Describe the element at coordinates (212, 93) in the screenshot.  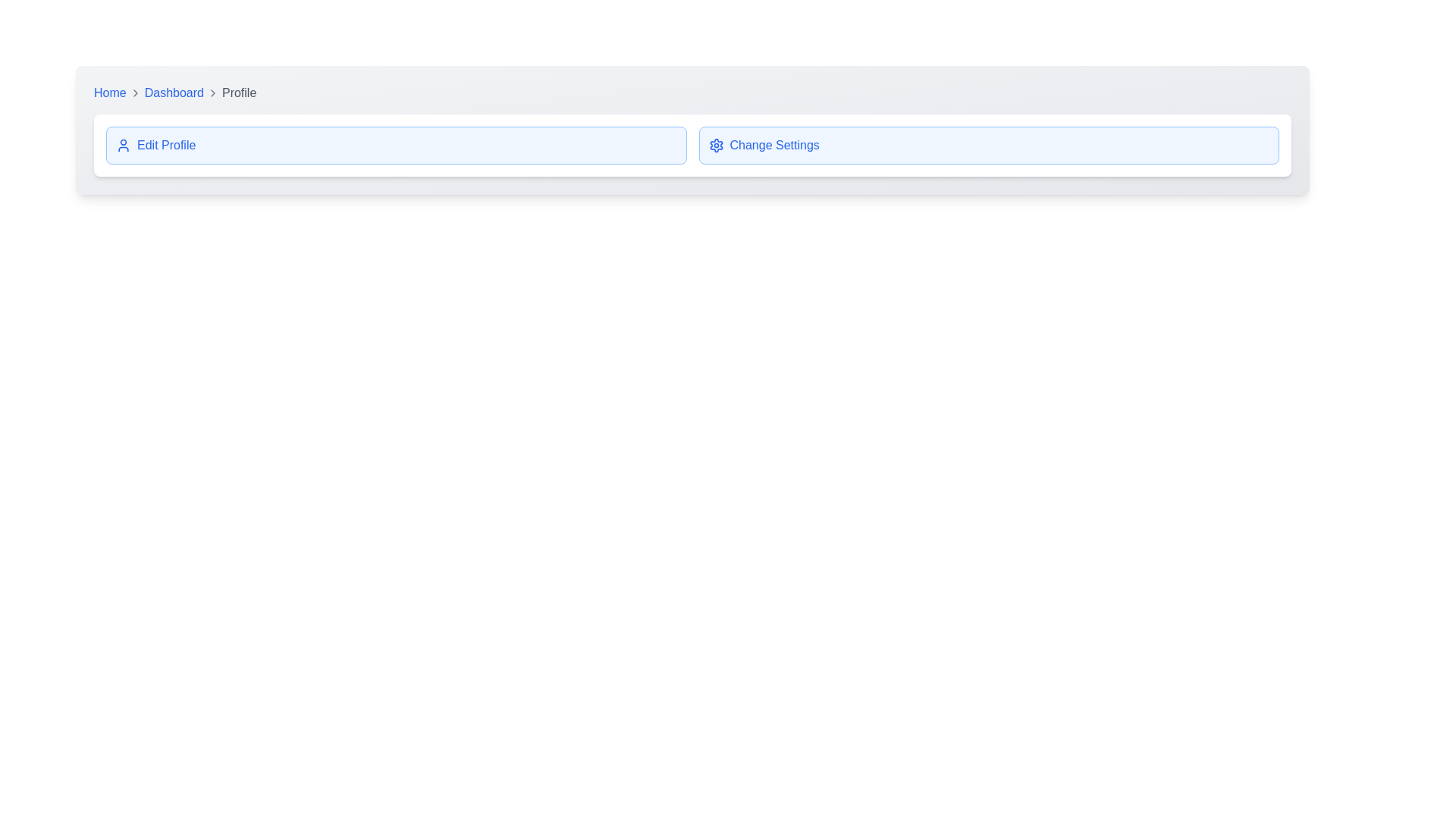
I see `the breadcrumb navigation icon located immediately to the right of the 'Dashboard' text` at that location.